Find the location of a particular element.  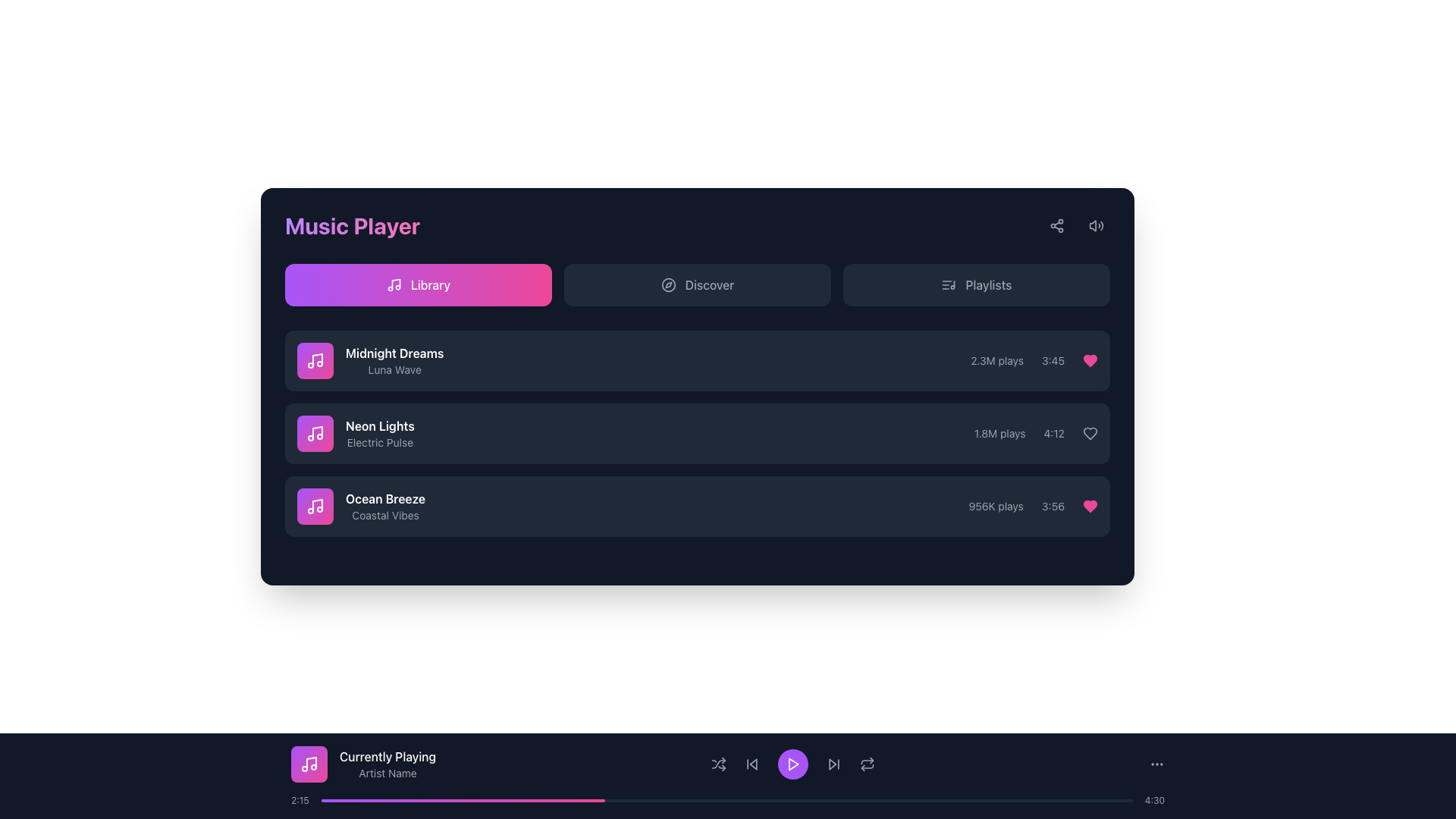

the 'Discover' button located in the middle of the three-column layout is located at coordinates (697, 284).